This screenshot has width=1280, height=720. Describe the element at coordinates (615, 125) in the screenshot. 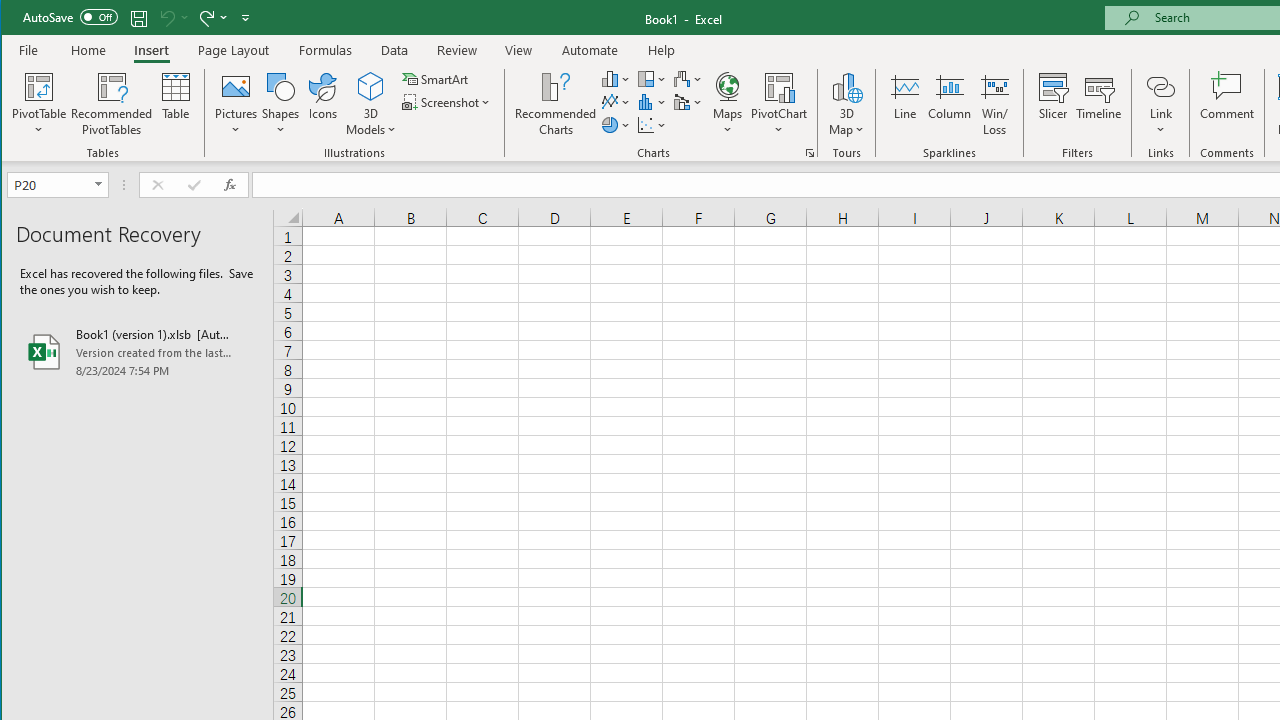

I see `'Insert Pie or Doughnut Chart'` at that location.